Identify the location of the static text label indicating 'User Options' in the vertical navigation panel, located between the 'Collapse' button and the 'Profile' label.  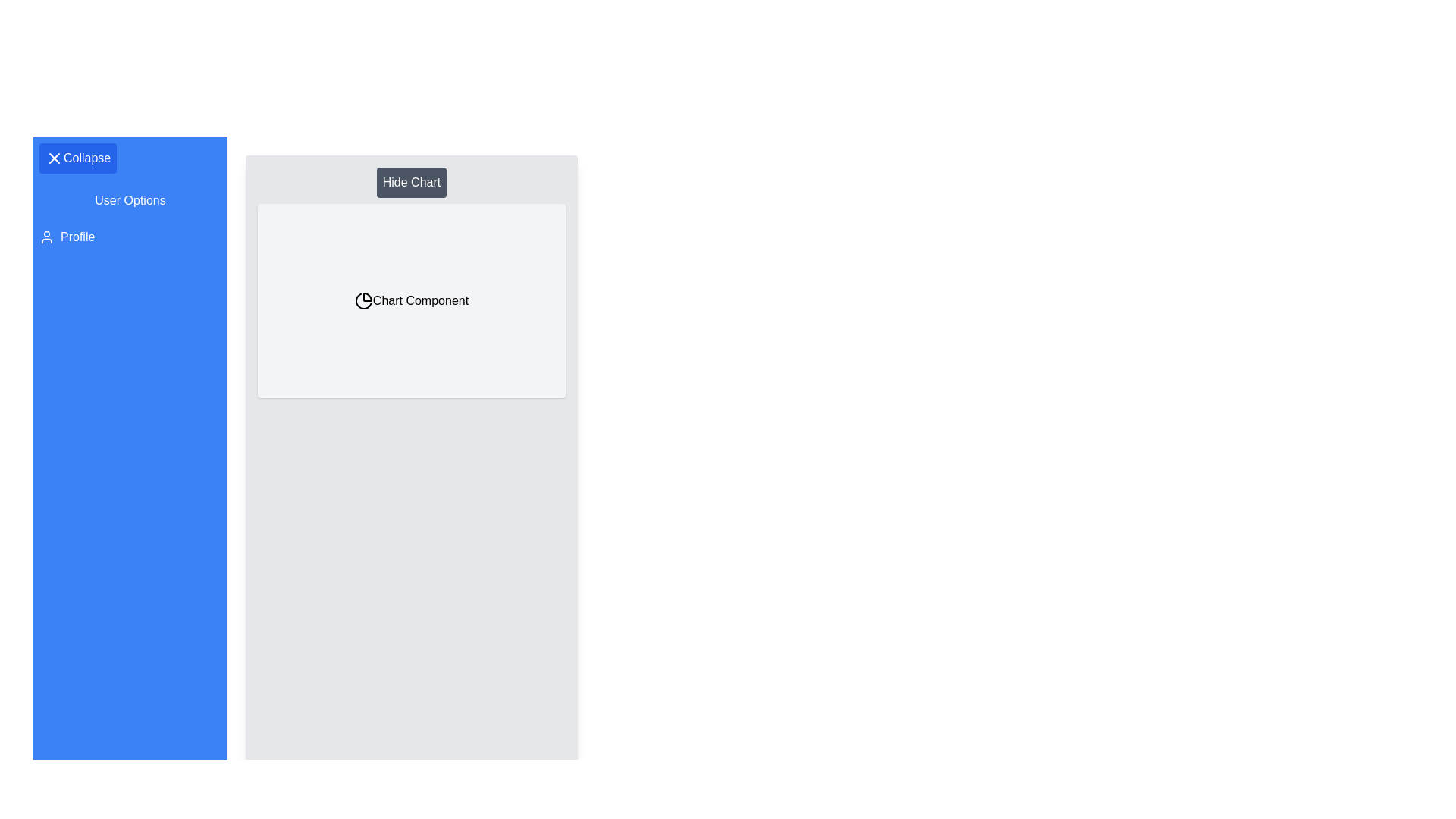
(130, 200).